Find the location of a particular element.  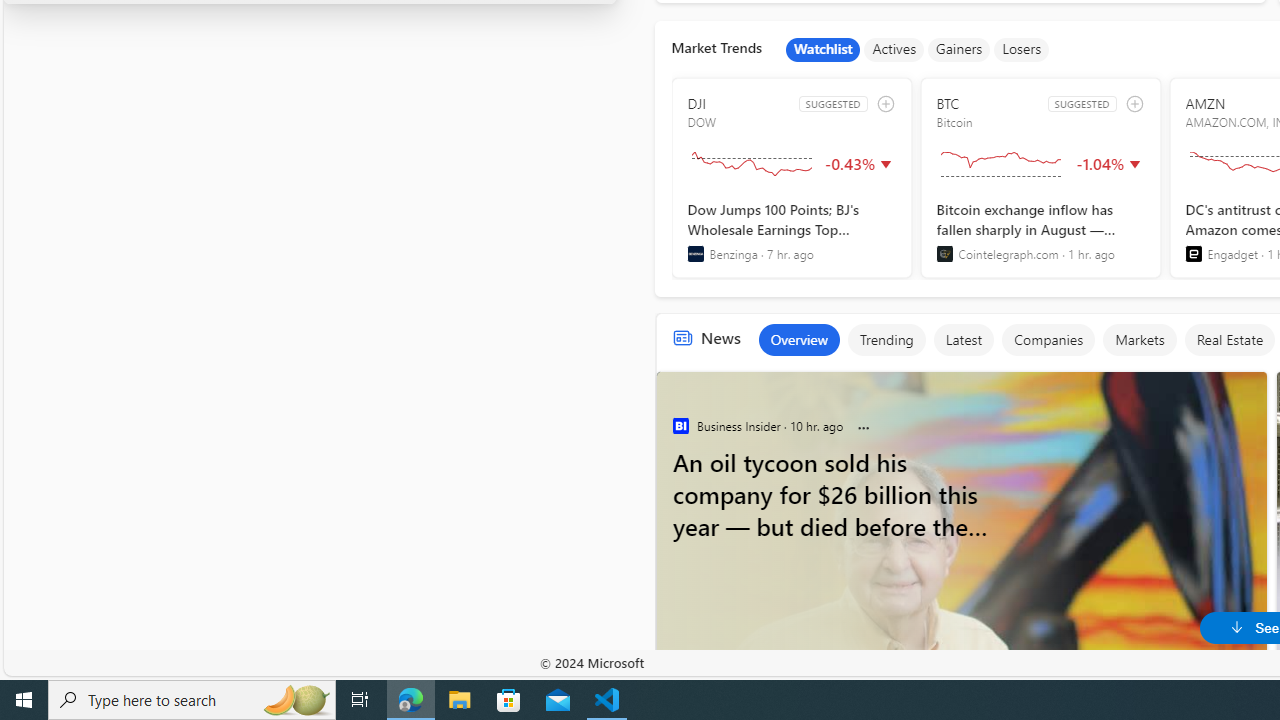

'Gainers' is located at coordinates (958, 49).